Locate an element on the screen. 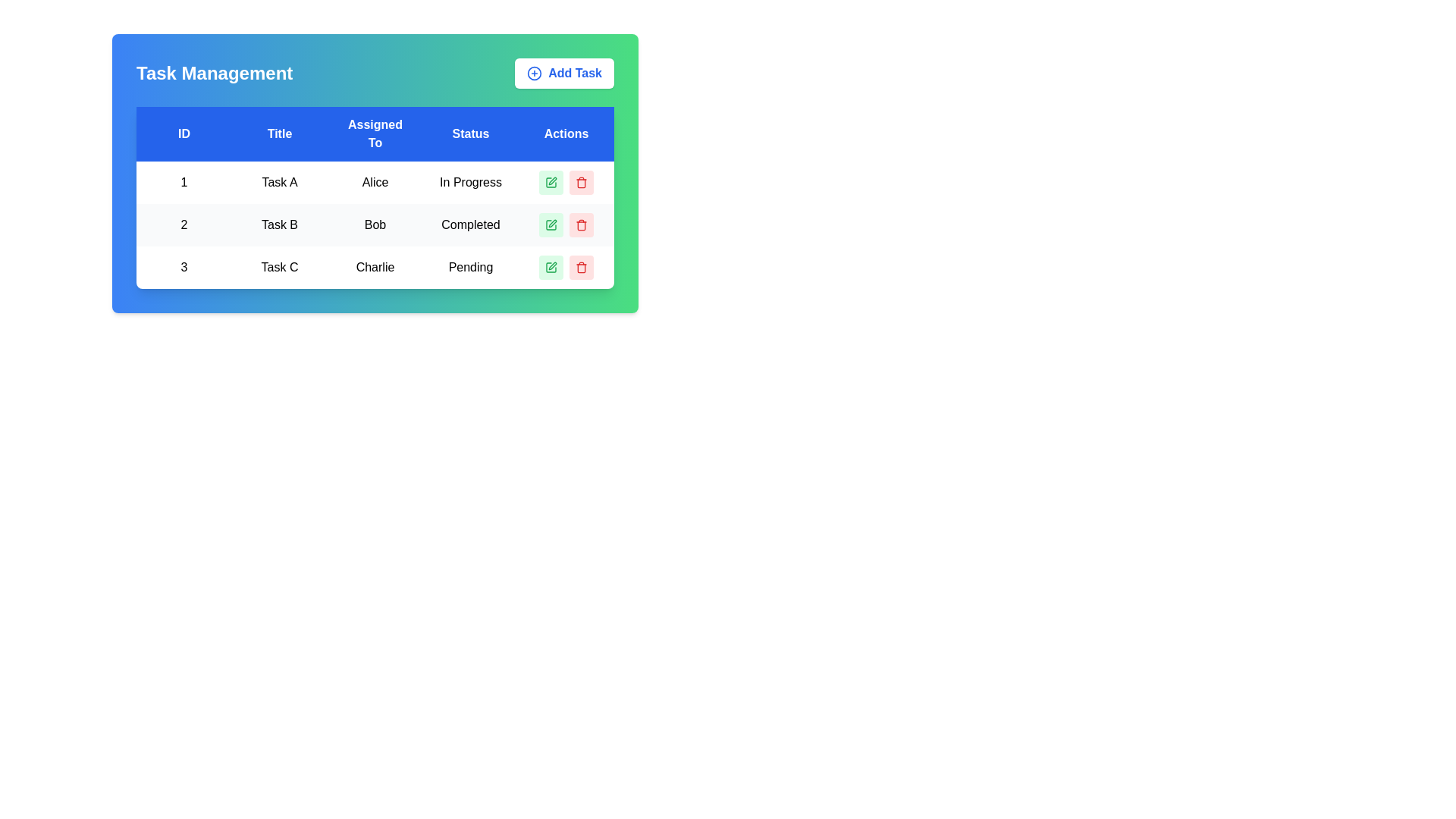 This screenshot has height=819, width=1456. the blue circular icon with a plus sign located to the left of the 'Add Task' button is located at coordinates (535, 73).